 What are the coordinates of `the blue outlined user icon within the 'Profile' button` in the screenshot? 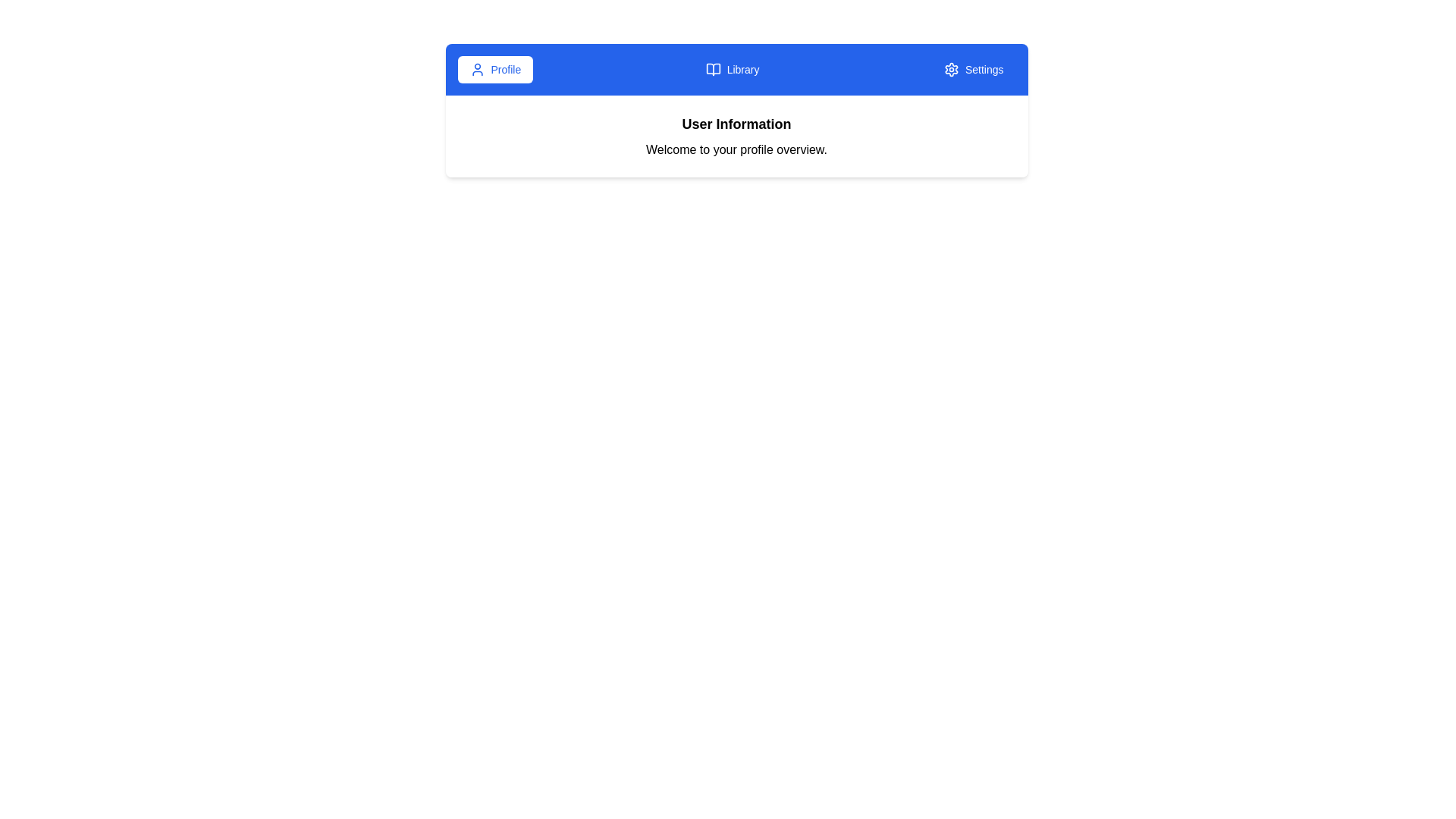 It's located at (476, 70).